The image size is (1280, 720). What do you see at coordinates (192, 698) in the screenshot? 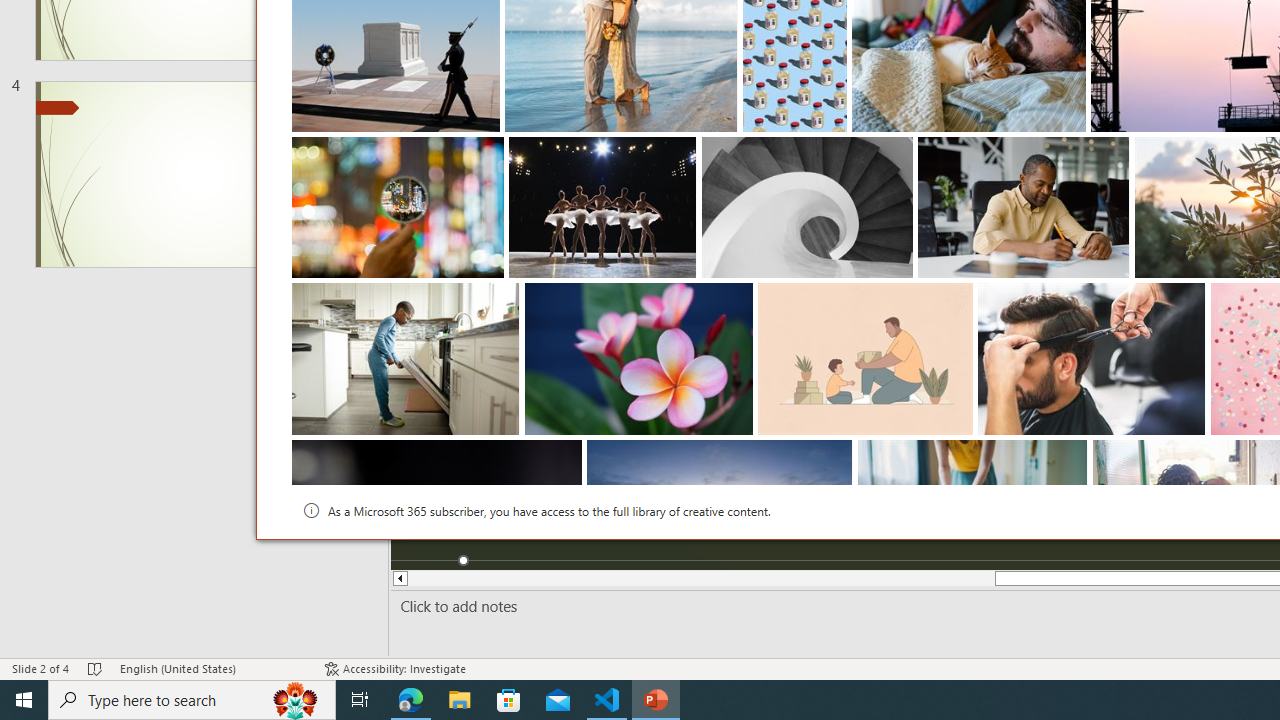
I see `'Type here to search'` at bounding box center [192, 698].